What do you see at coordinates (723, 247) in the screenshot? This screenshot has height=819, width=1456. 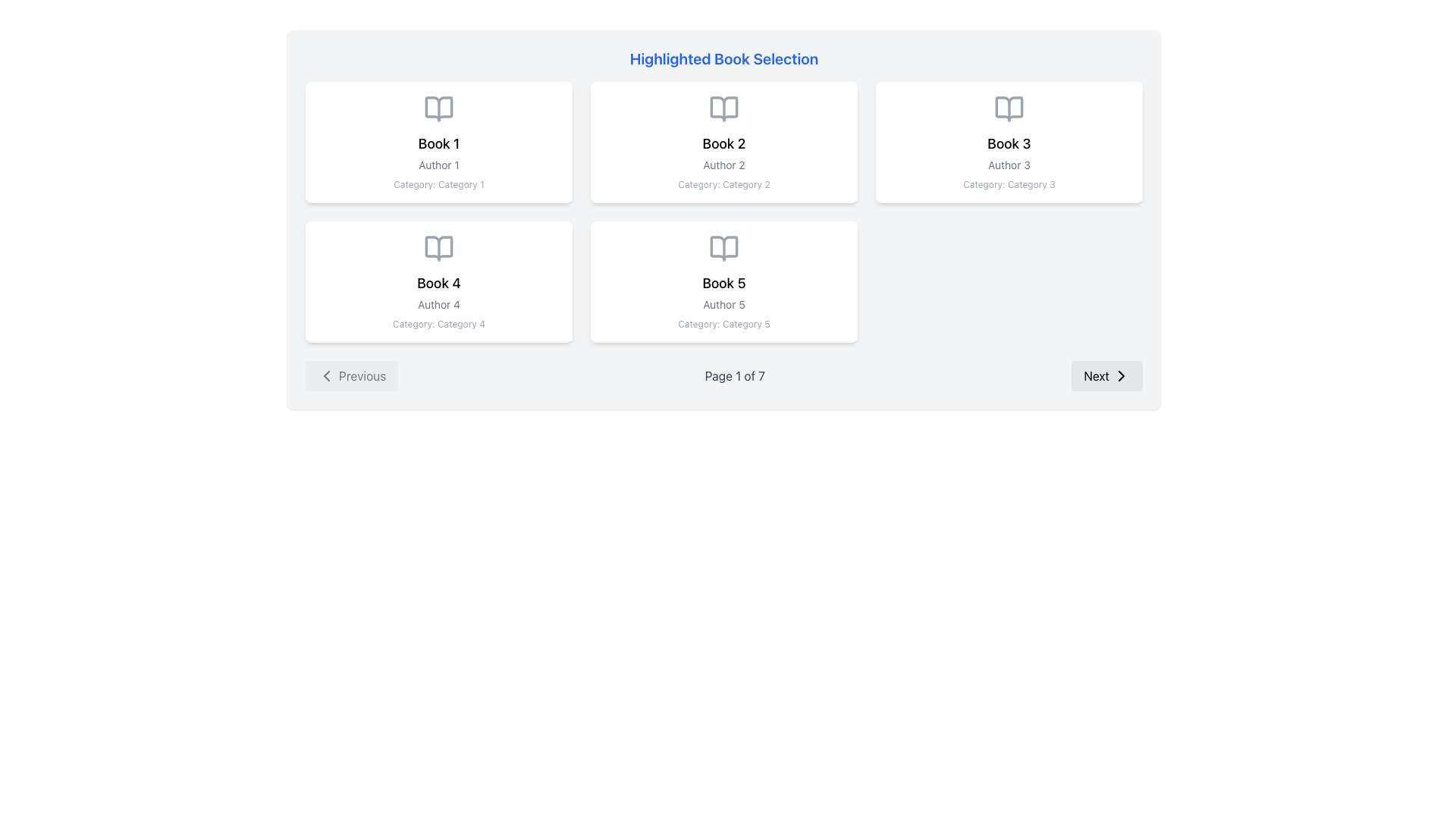 I see `the book icon located in the card titled 'Book 5', which is situated in the second row and third column of the grid layout` at bounding box center [723, 247].